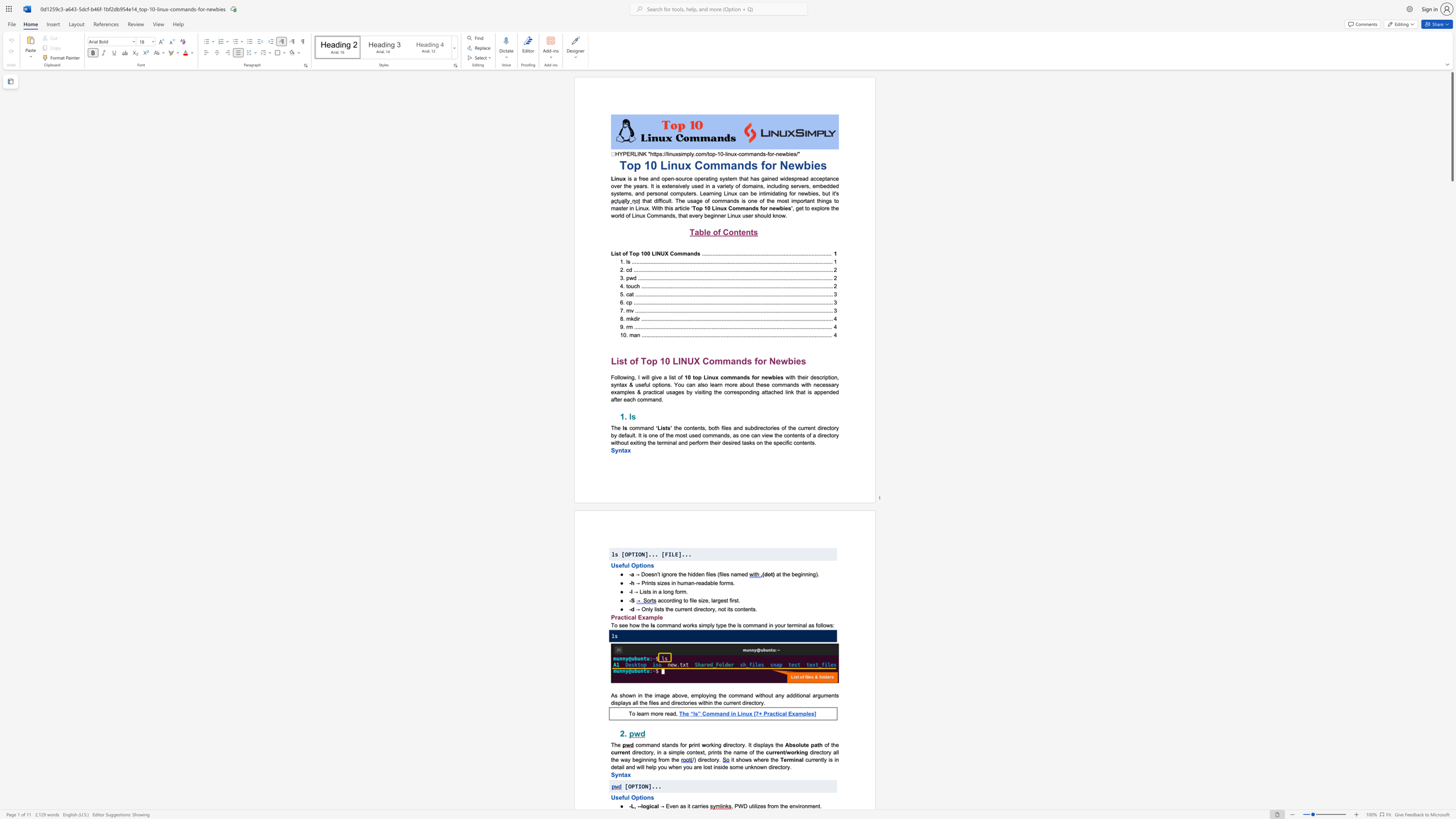  Describe the element at coordinates (714, 766) in the screenshot. I see `the 5th character "i" in the text` at that location.